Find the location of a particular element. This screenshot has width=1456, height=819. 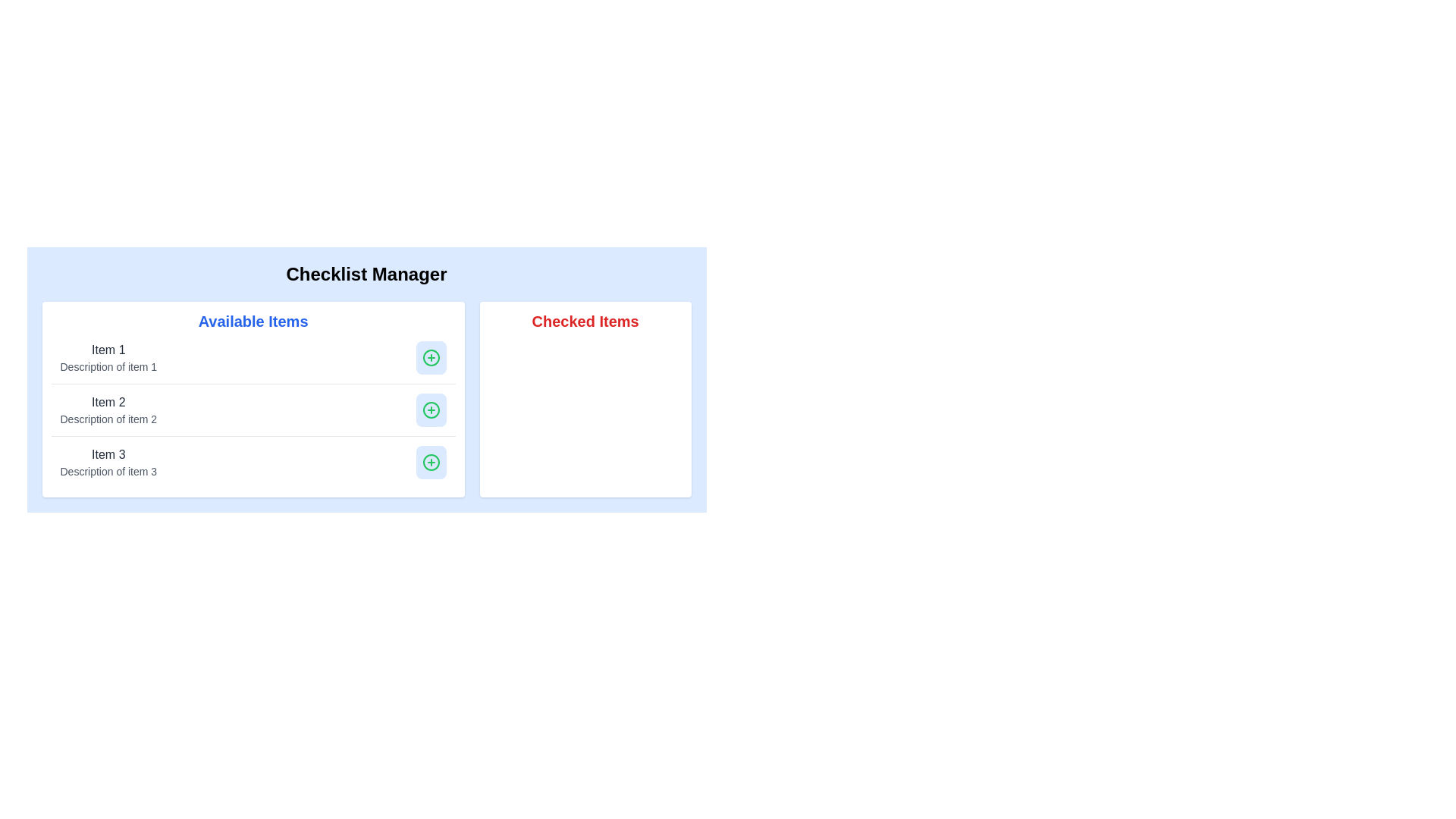

description of the second item in the 'Available Items' list, which includes descriptive text and an action button is located at coordinates (253, 399).